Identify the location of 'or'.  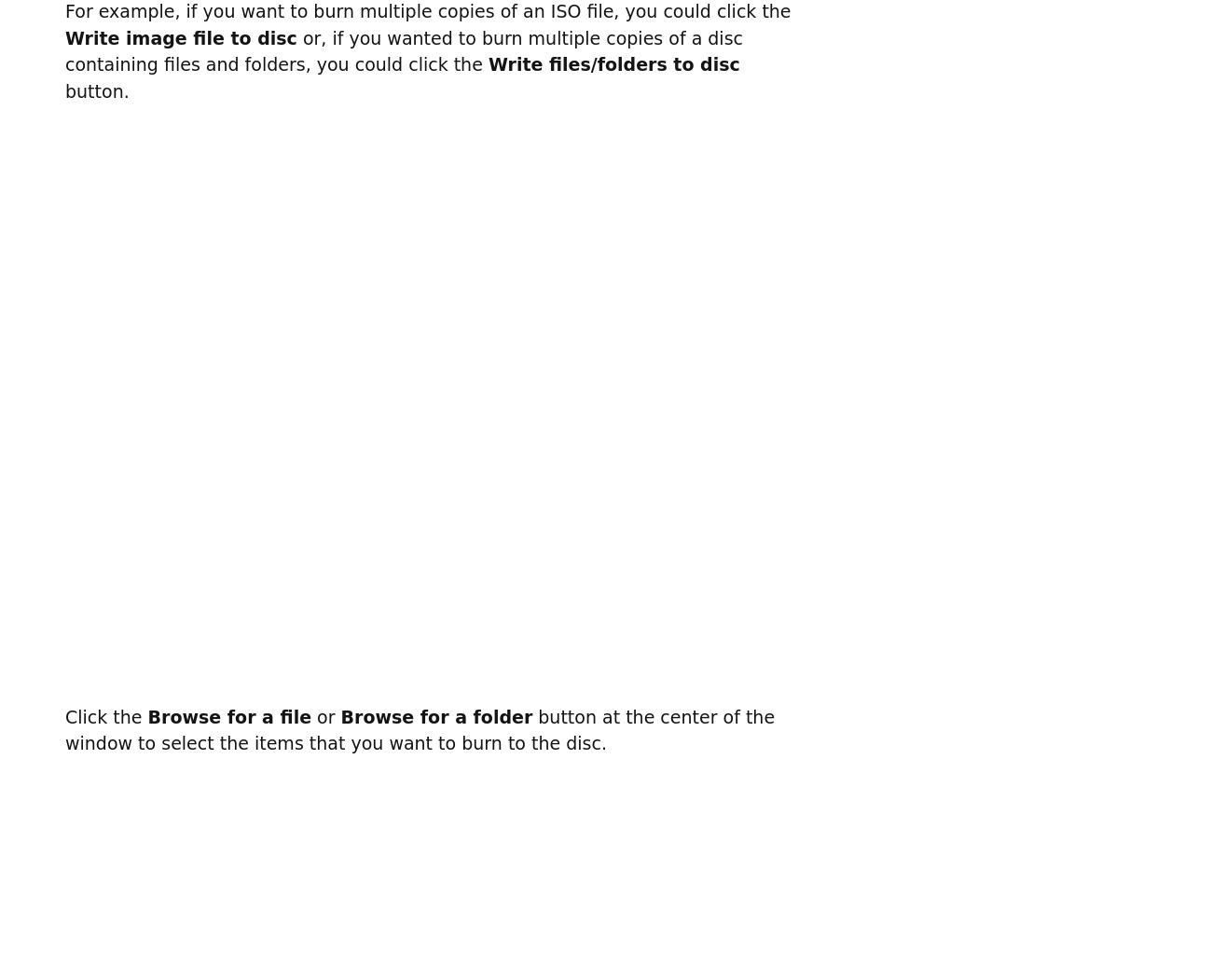
(324, 715).